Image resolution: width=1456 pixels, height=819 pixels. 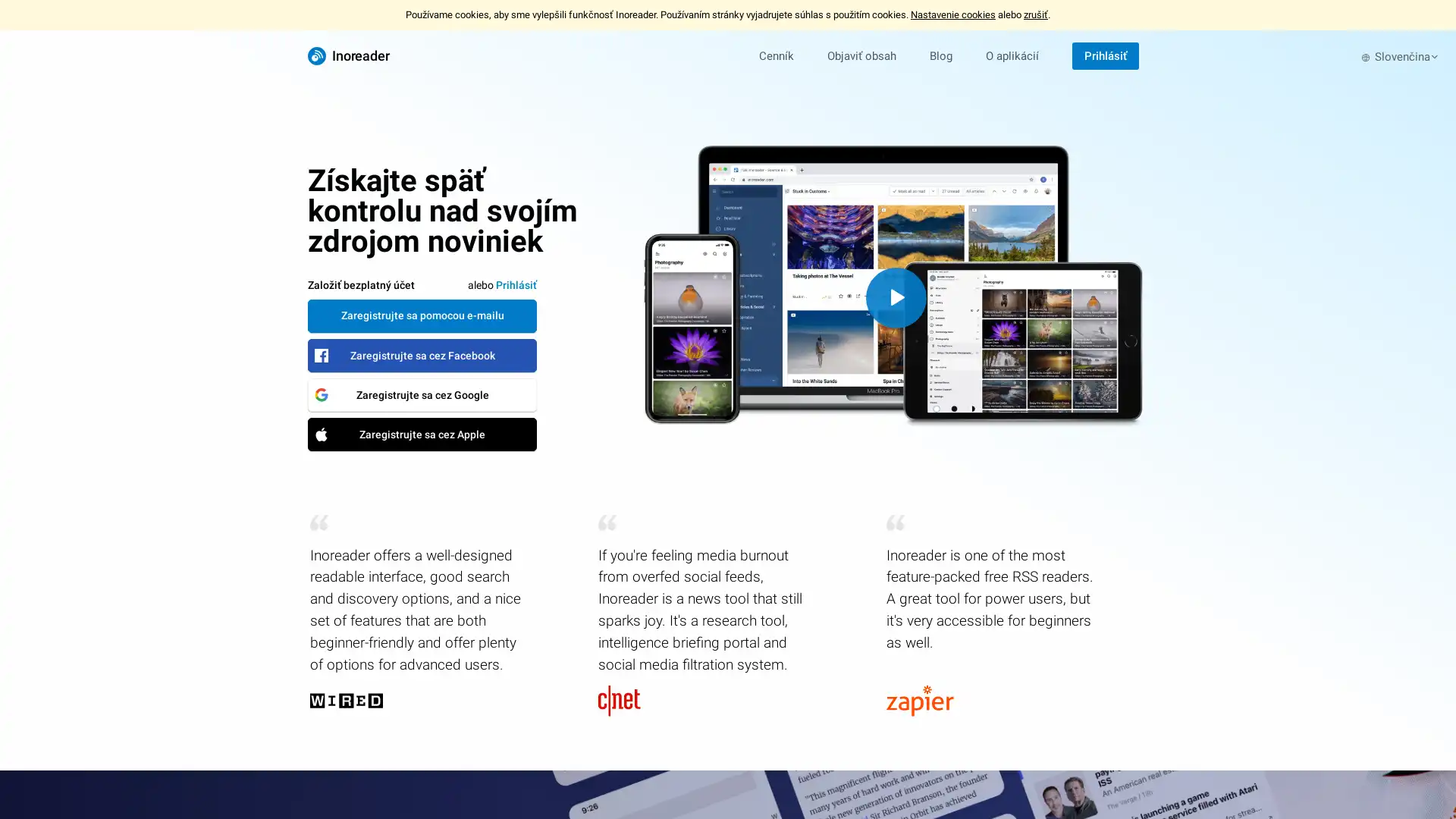 What do you see at coordinates (422, 433) in the screenshot?
I see `Zaregistrujte sa cez Apple` at bounding box center [422, 433].